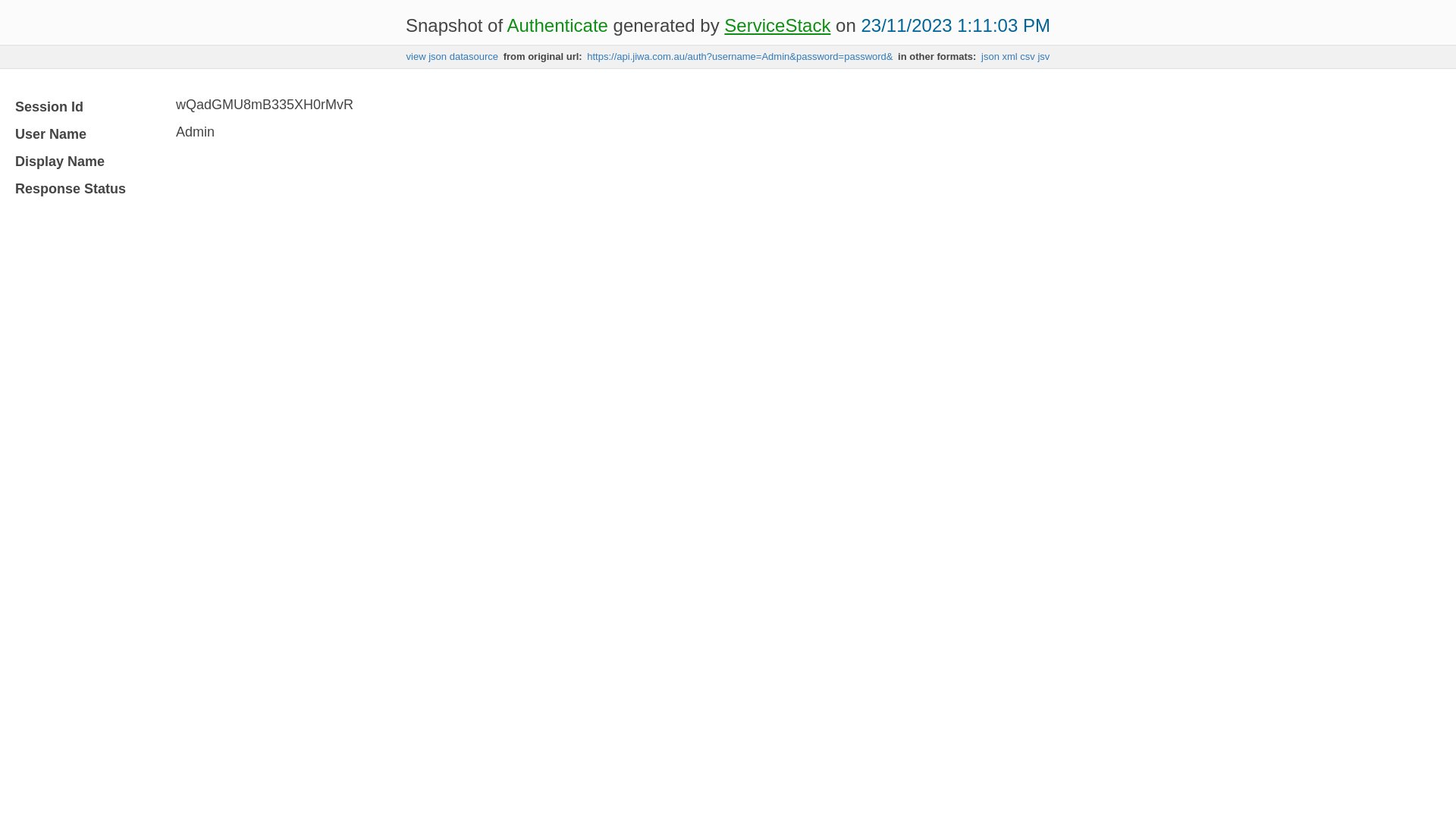 The width and height of the screenshot is (1456, 819). Describe the element at coordinates (990, 55) in the screenshot. I see `'json'` at that location.